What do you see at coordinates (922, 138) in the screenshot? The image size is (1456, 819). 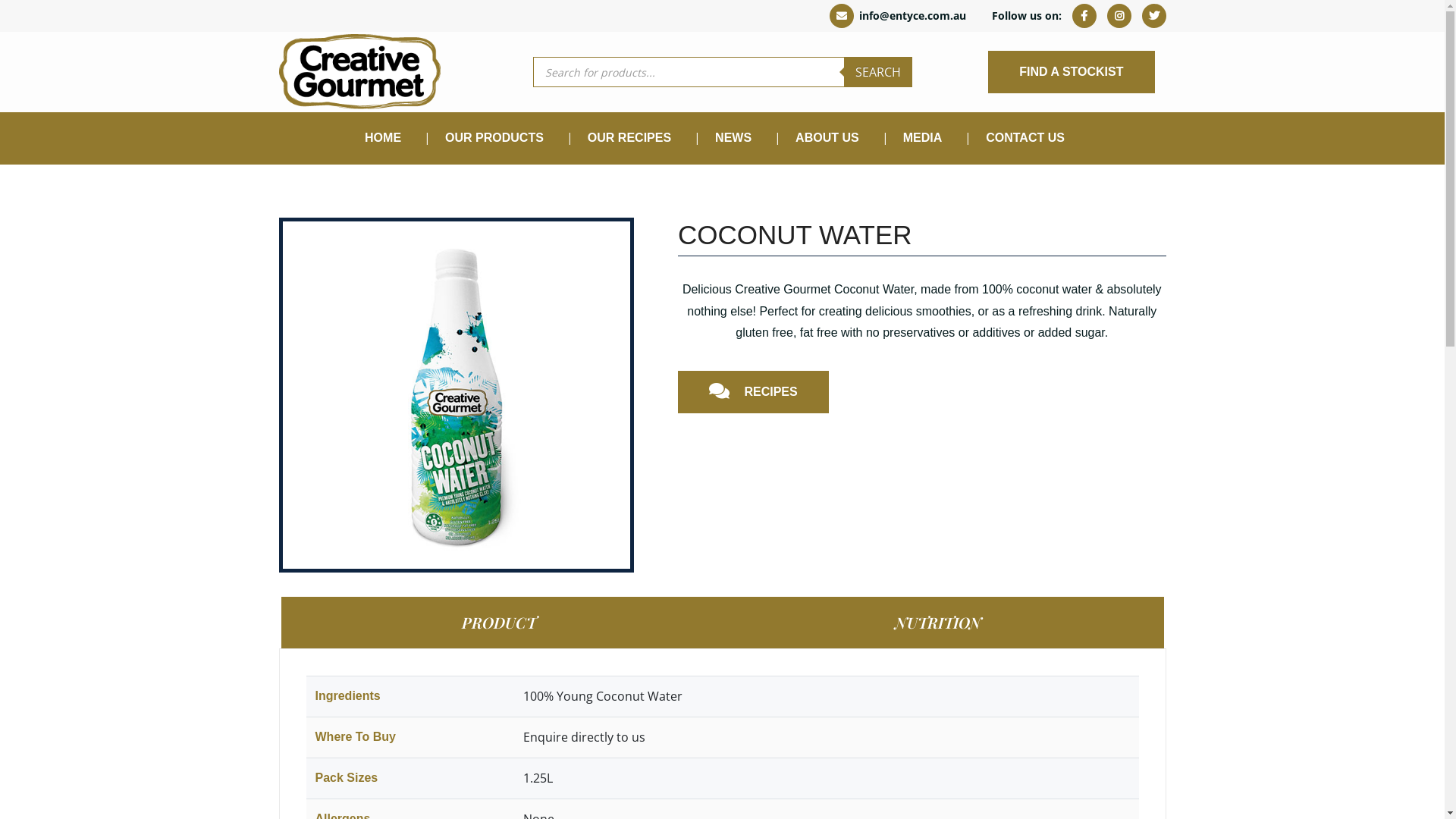 I see `'MEDIA'` at bounding box center [922, 138].